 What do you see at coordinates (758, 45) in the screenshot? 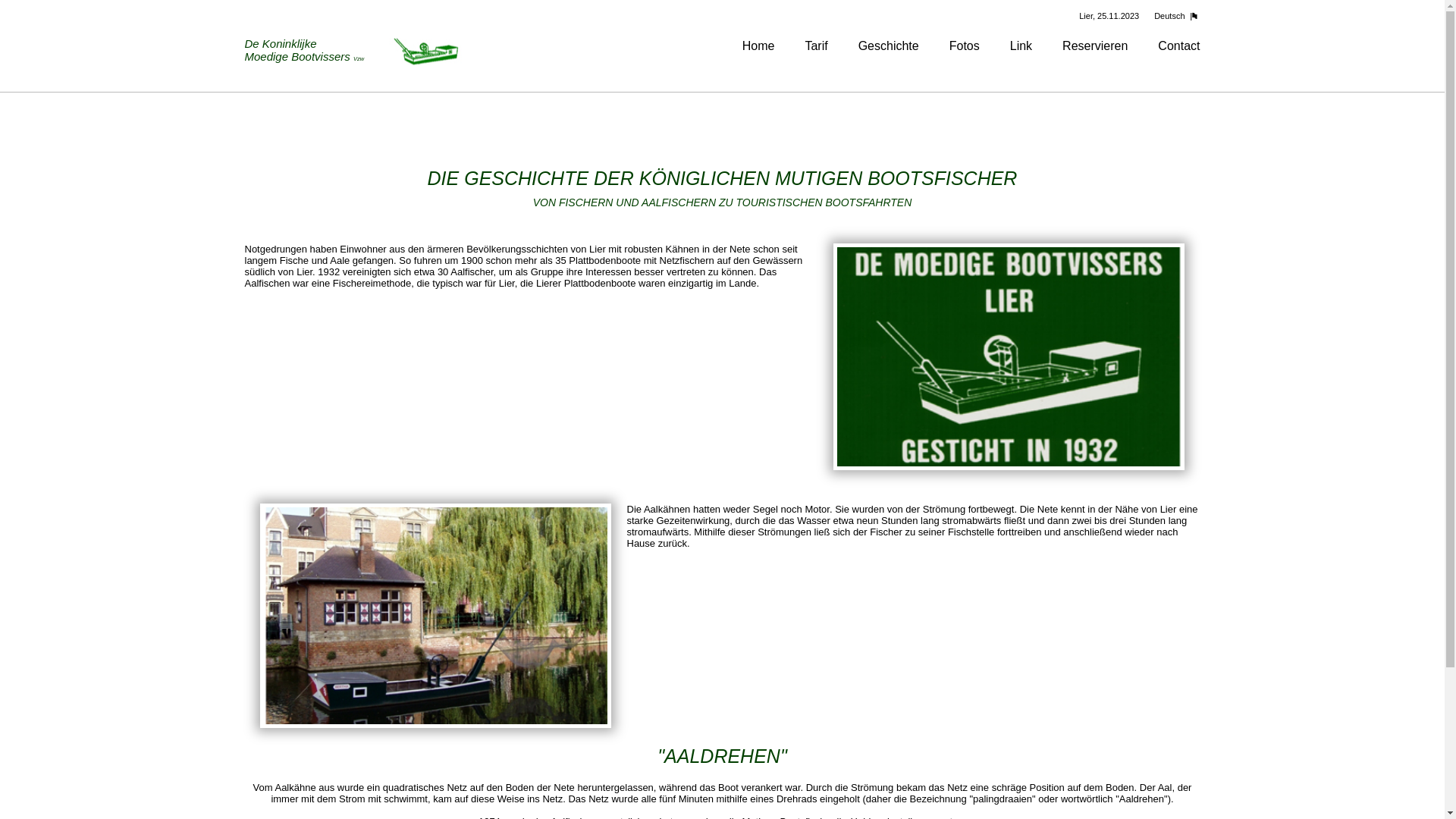
I see `'Home'` at bounding box center [758, 45].